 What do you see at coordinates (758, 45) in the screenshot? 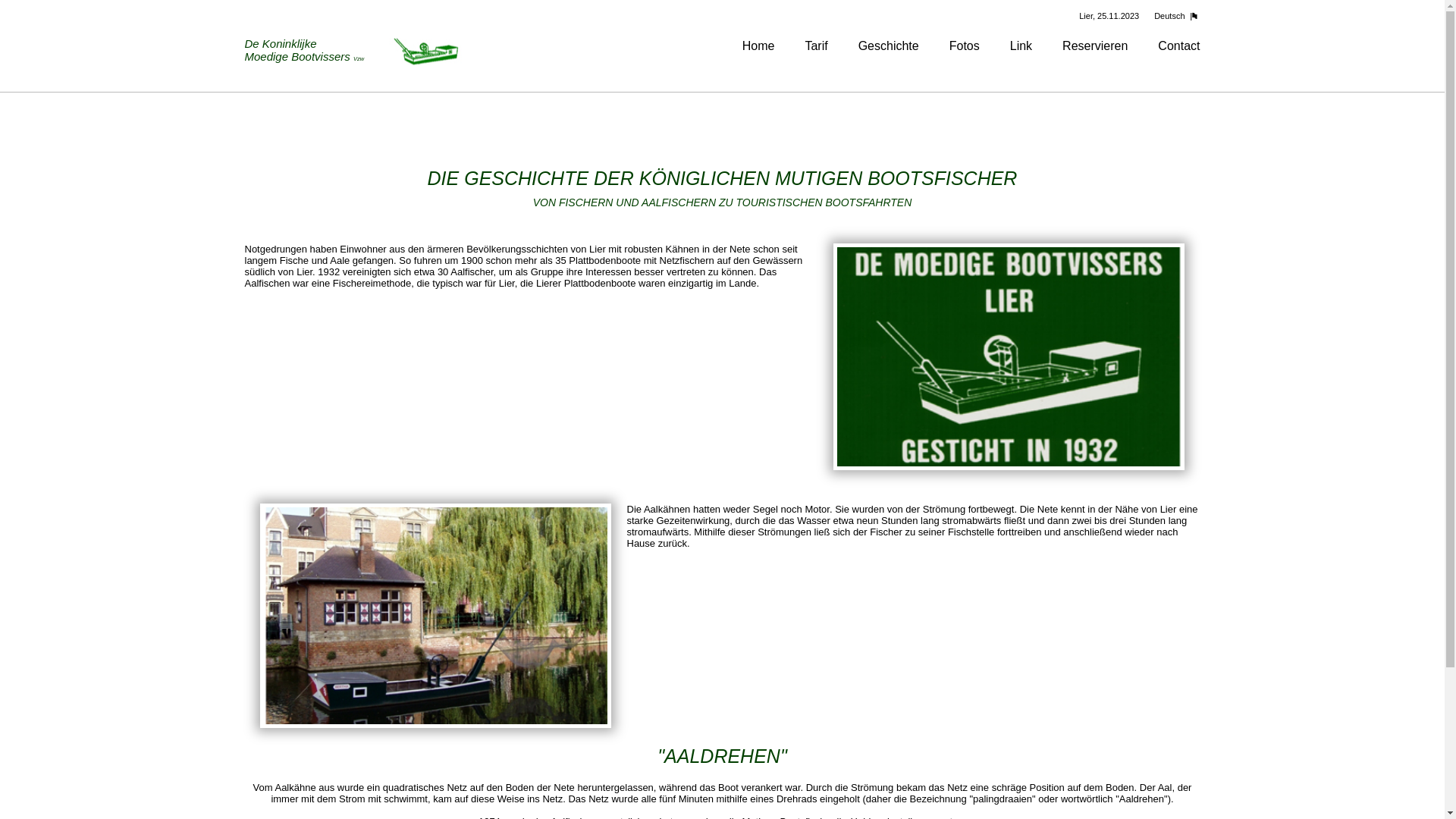
I see `'Home'` at bounding box center [758, 45].